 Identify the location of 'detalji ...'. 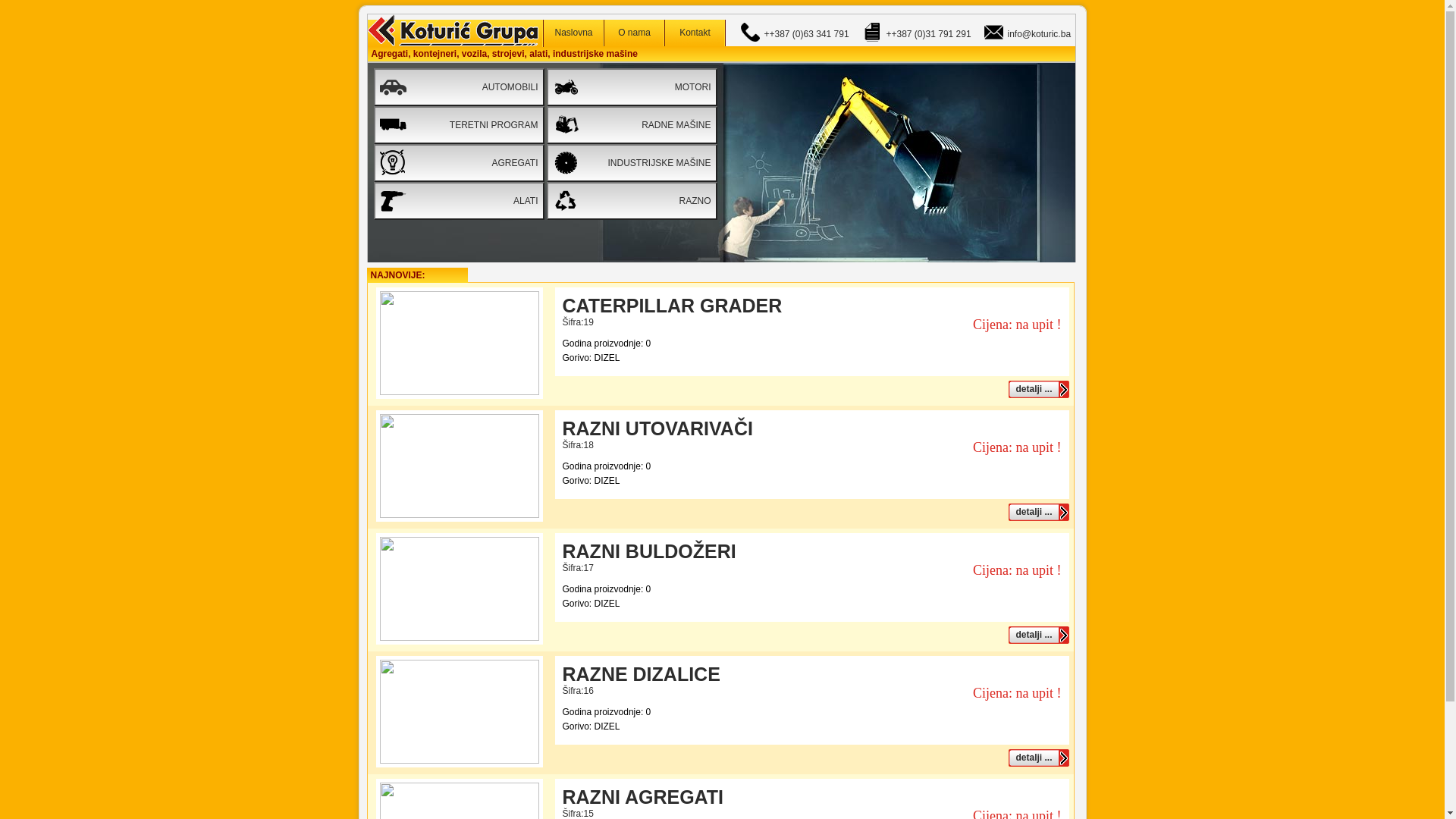
(1037, 388).